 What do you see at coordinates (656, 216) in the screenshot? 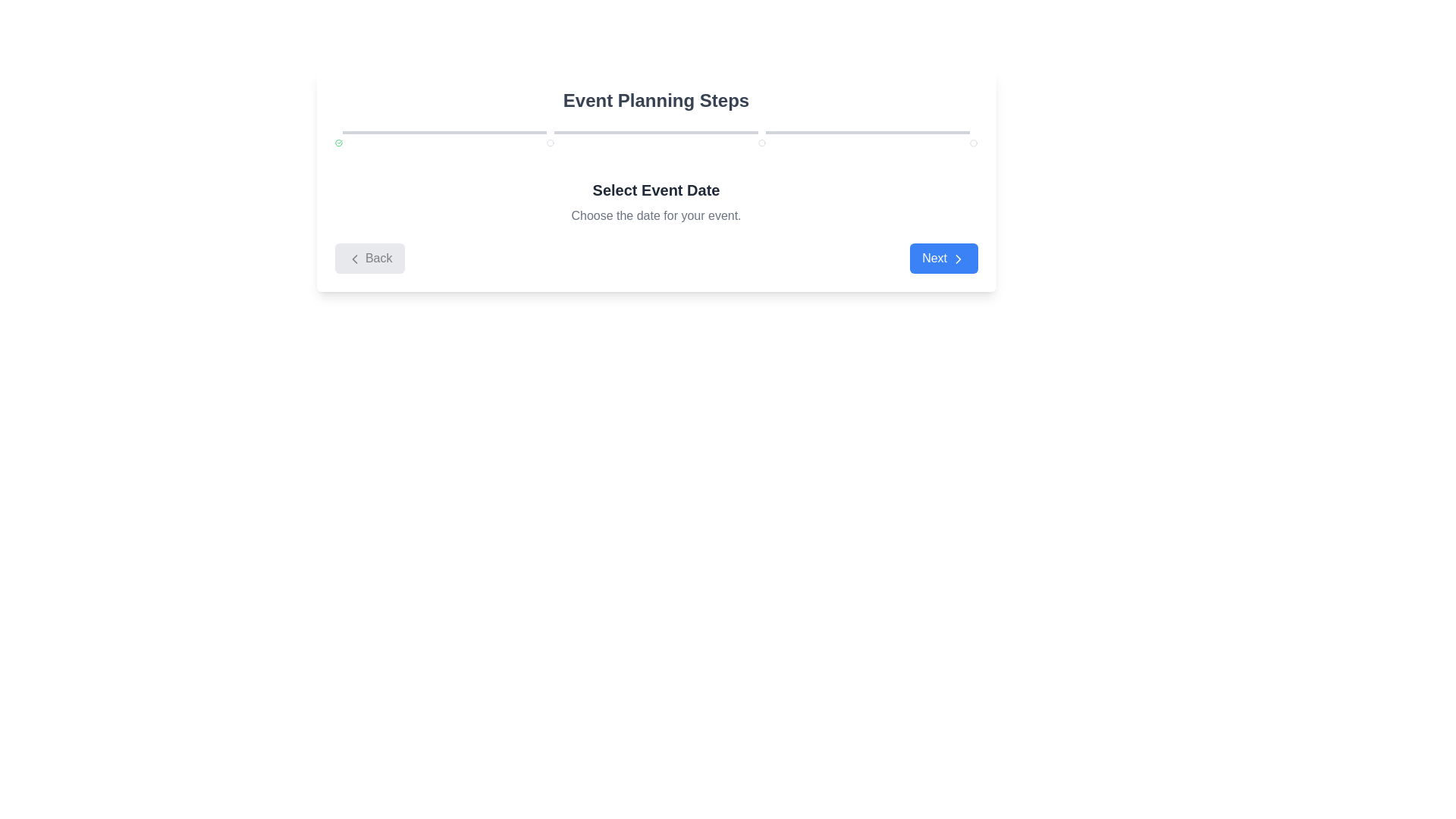
I see `the supplementary descriptive Text label that instructs the user on selecting a date for an event, positioned below the header 'Select Event Date.'` at bounding box center [656, 216].